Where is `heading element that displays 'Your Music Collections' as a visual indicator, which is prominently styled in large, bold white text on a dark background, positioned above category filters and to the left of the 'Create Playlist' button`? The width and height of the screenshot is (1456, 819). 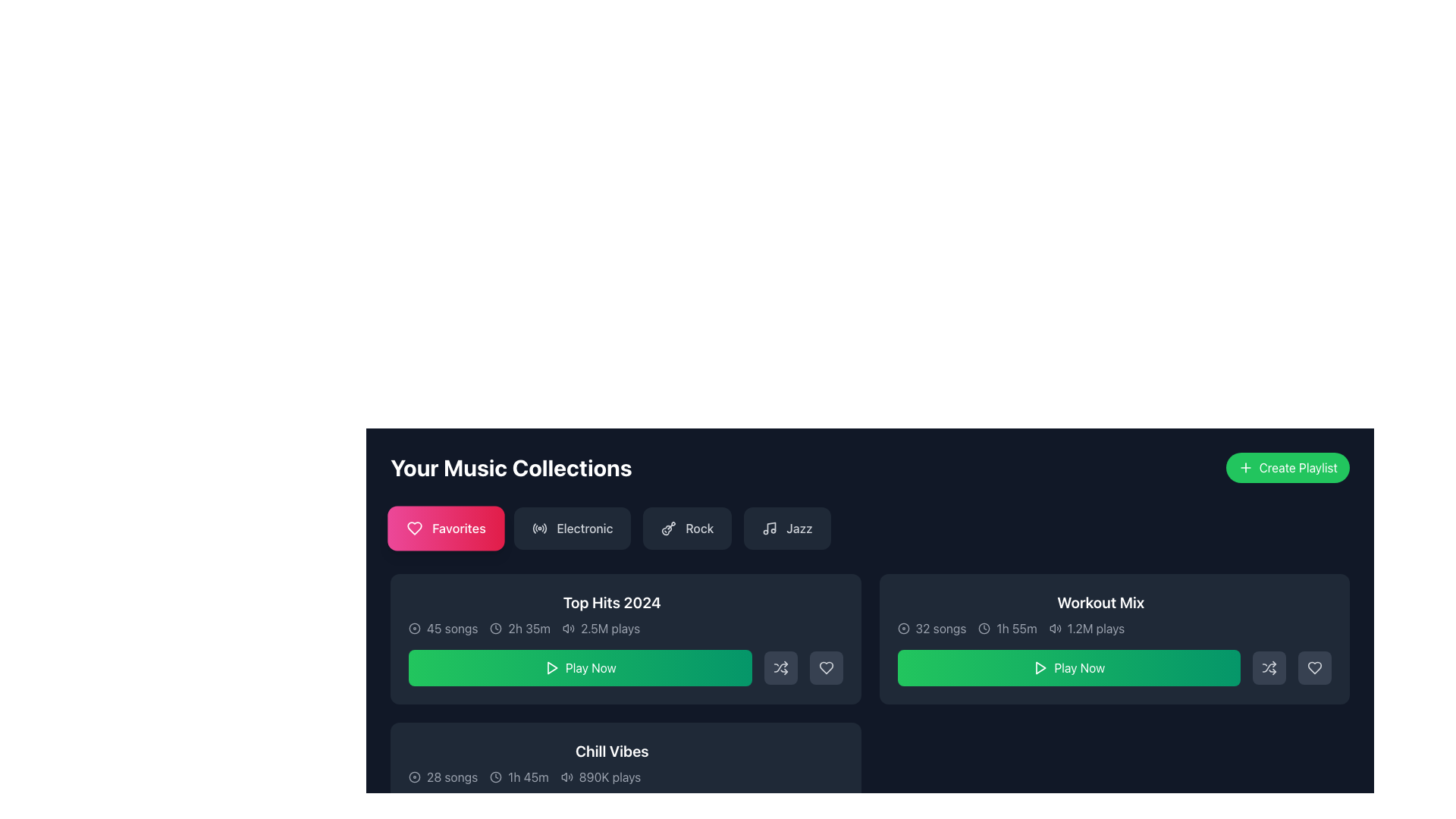
heading element that displays 'Your Music Collections' as a visual indicator, which is prominently styled in large, bold white text on a dark background, positioned above category filters and to the left of the 'Create Playlist' button is located at coordinates (511, 467).